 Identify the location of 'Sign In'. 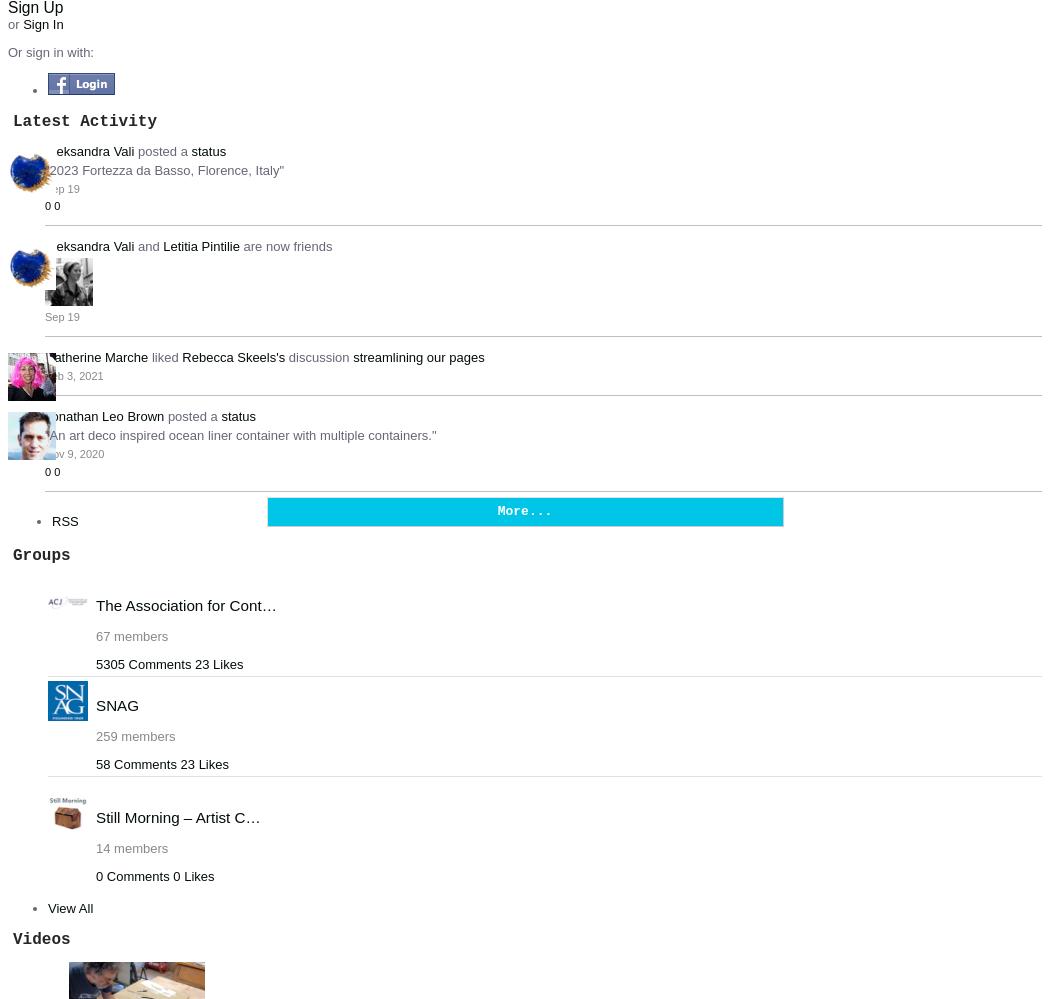
(42, 23).